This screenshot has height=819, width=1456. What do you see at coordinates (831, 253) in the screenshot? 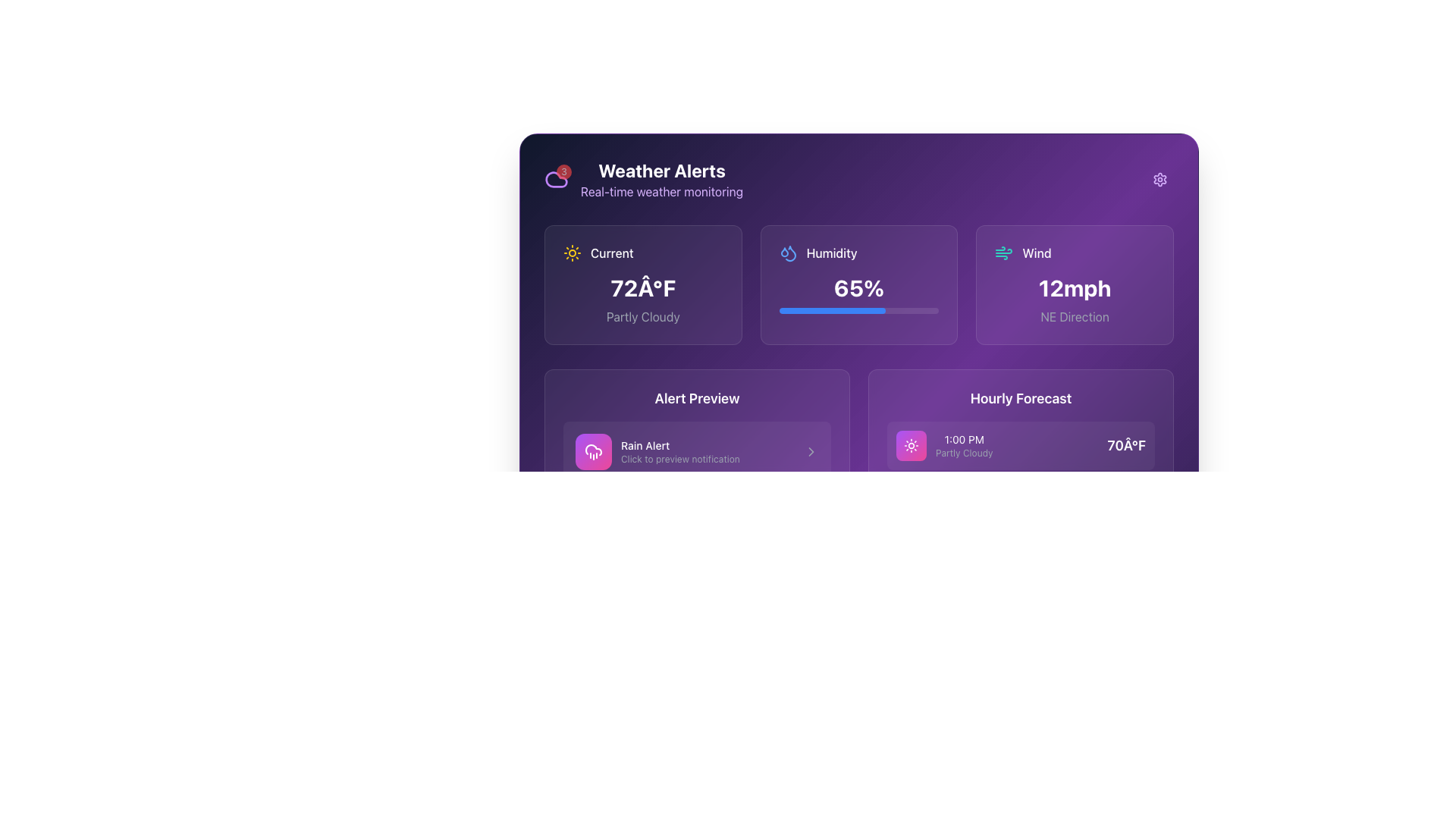
I see `the 'Humidity' label displayed in white font on a dark purple background, located within the second card of three, positioned above a numerical percentage value` at bounding box center [831, 253].